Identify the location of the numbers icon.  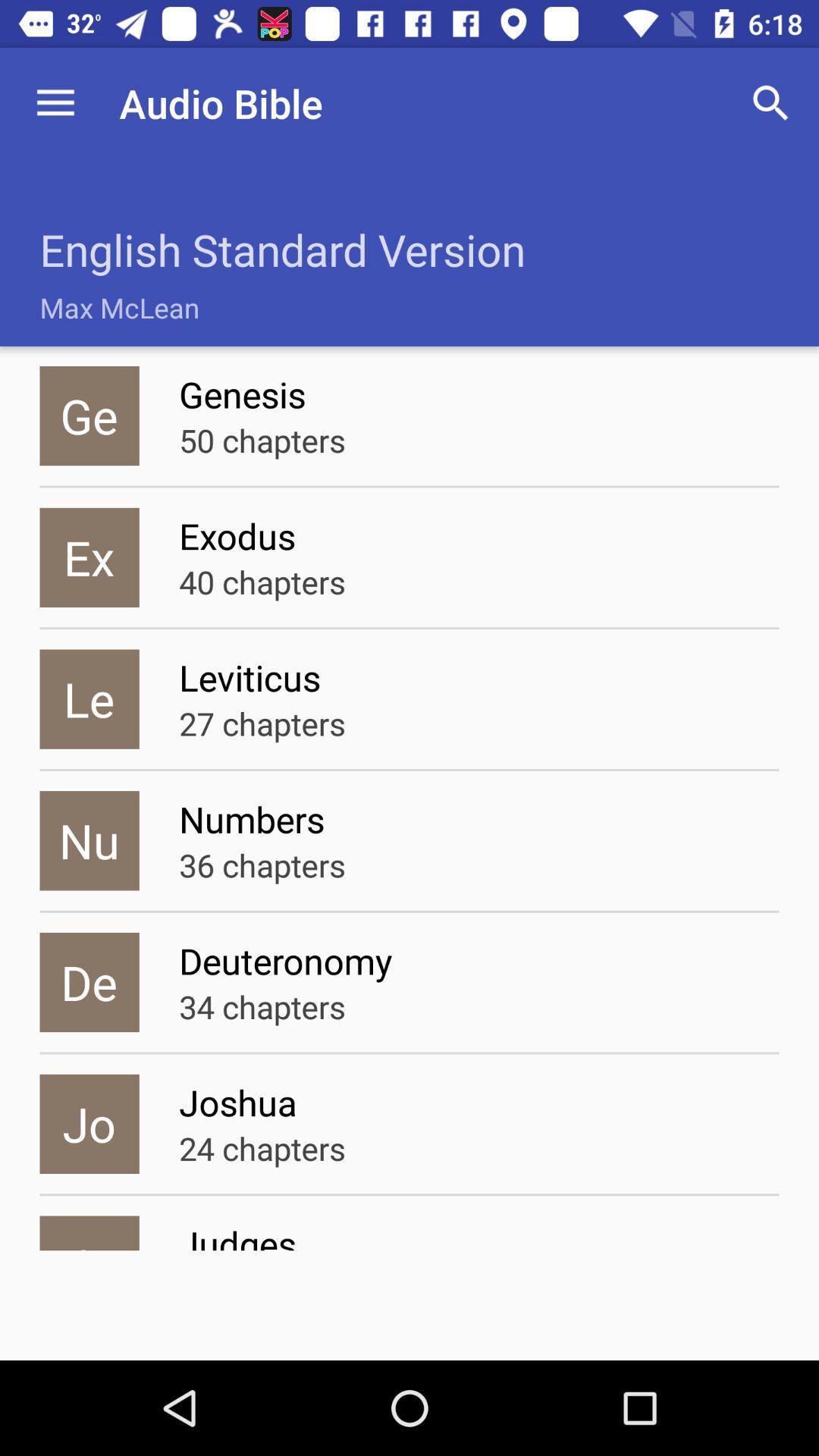
(479, 818).